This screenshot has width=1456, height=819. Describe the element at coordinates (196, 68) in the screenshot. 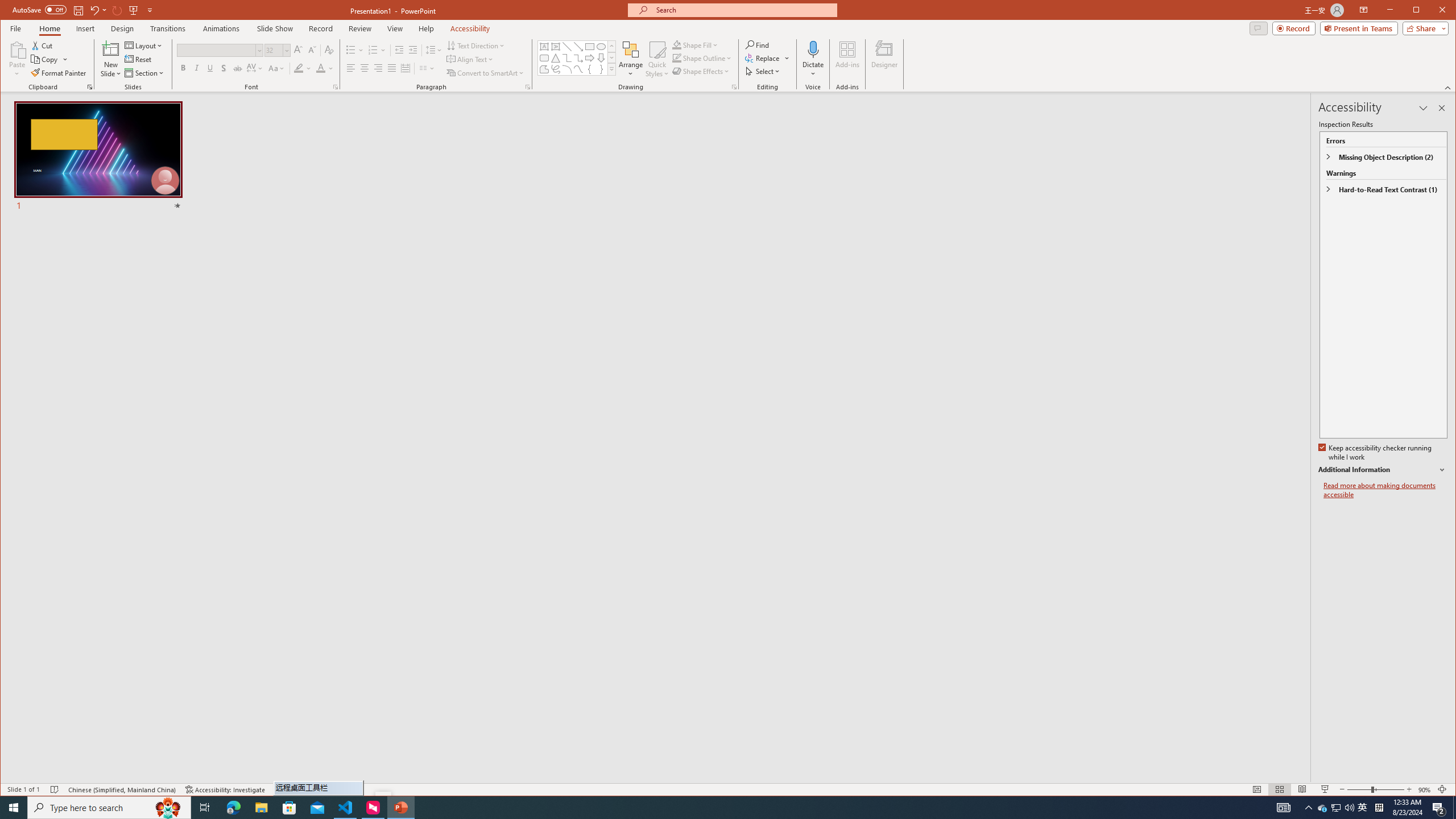

I see `'Italic'` at that location.